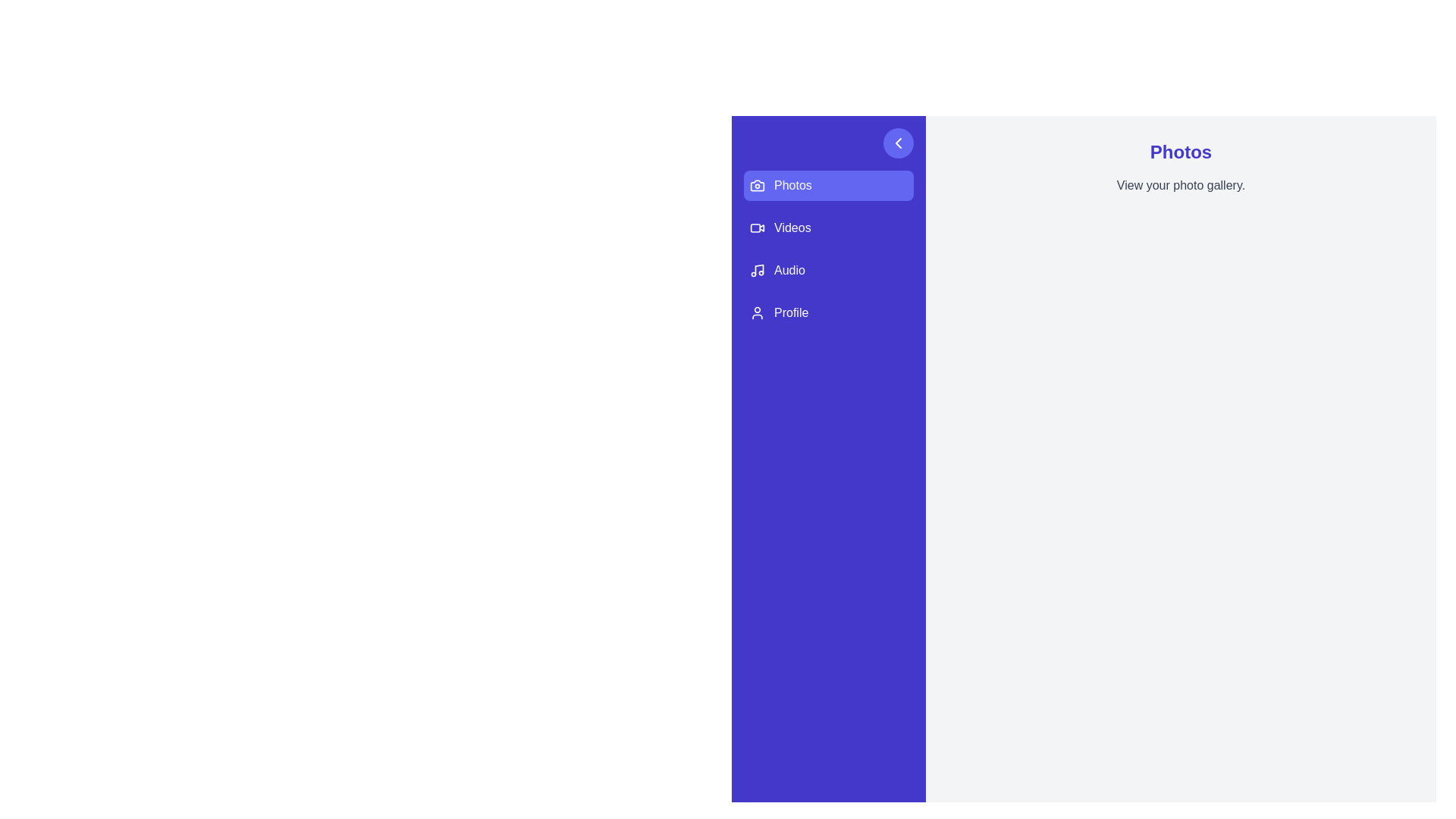 The height and width of the screenshot is (819, 1456). Describe the element at coordinates (1180, 152) in the screenshot. I see `the Static text header that indicates the purpose of accessing the photo gallery, which is centrally aligned above the descriptive text line 'View your photo gallery.'` at that location.